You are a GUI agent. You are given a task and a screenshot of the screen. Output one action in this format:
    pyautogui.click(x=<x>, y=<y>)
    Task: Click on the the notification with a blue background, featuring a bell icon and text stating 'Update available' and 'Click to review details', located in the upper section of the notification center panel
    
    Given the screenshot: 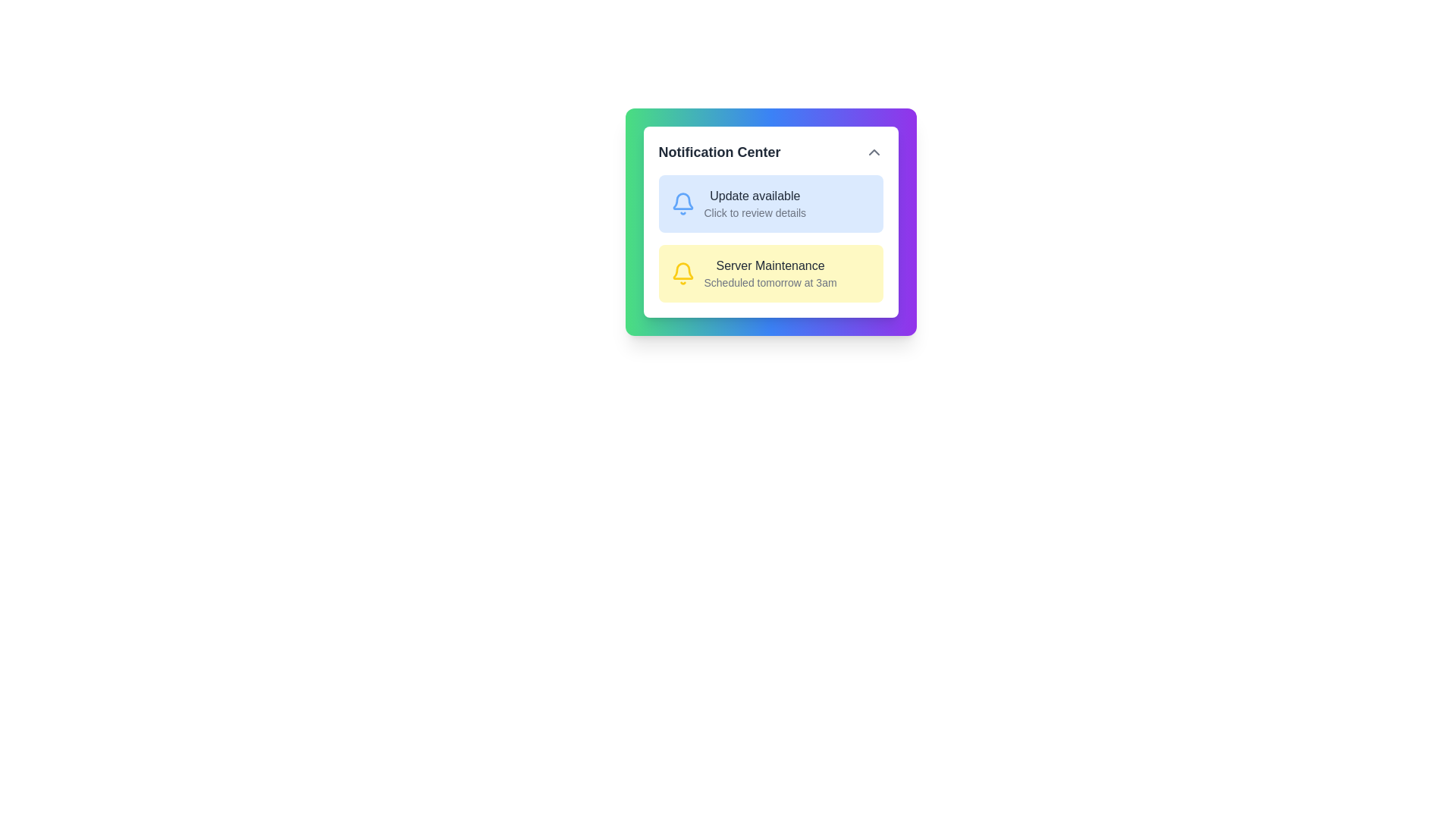 What is the action you would take?
    pyautogui.click(x=770, y=203)
    